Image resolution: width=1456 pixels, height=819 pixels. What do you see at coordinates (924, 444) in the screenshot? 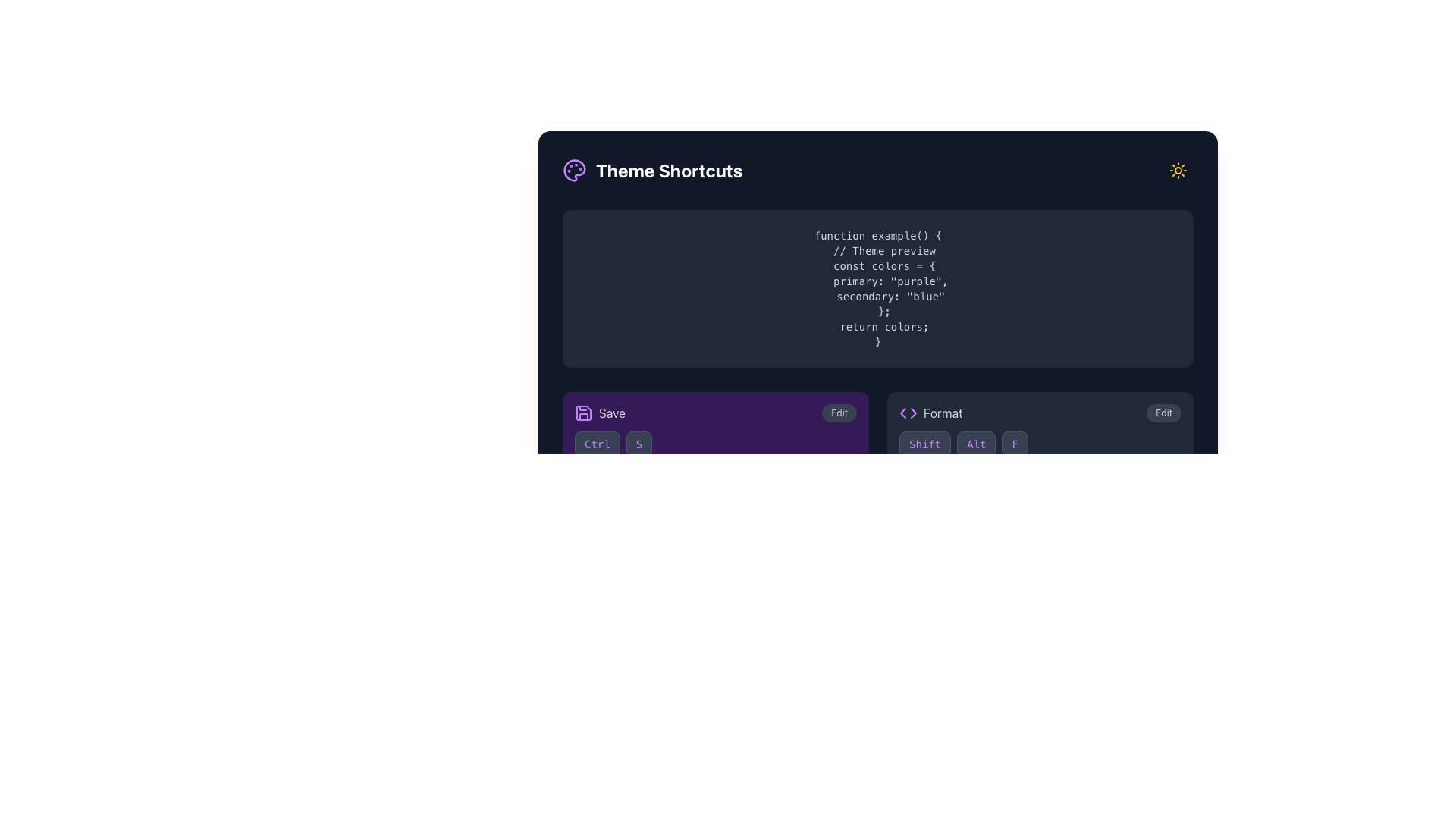
I see `the static label representing the 'Shift' key, which is styled as a button and is the first in a group of three elements near the bottom right of the interface` at bounding box center [924, 444].